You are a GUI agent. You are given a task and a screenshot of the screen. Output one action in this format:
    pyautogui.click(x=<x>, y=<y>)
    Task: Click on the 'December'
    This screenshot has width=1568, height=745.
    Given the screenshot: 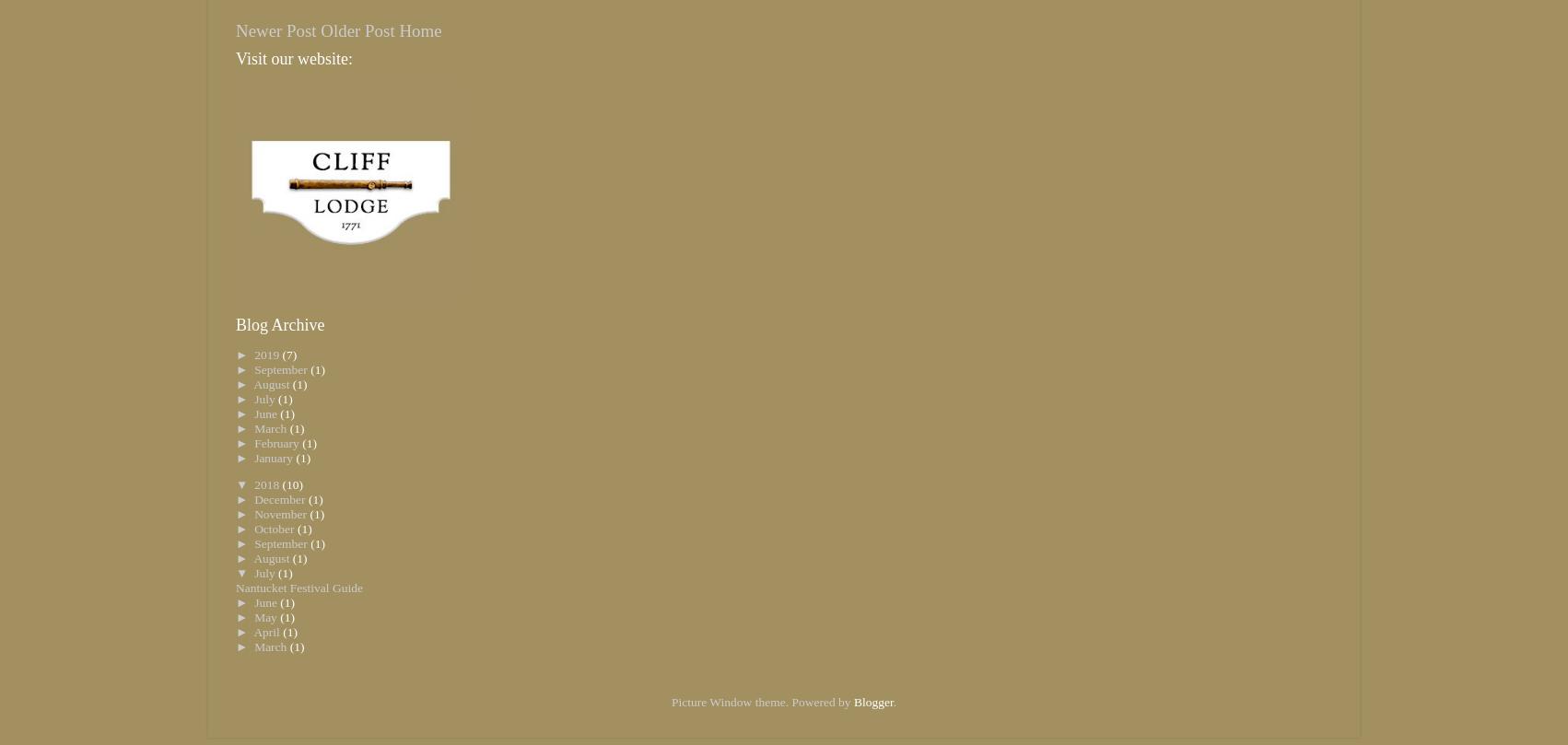 What is the action you would take?
    pyautogui.click(x=280, y=499)
    